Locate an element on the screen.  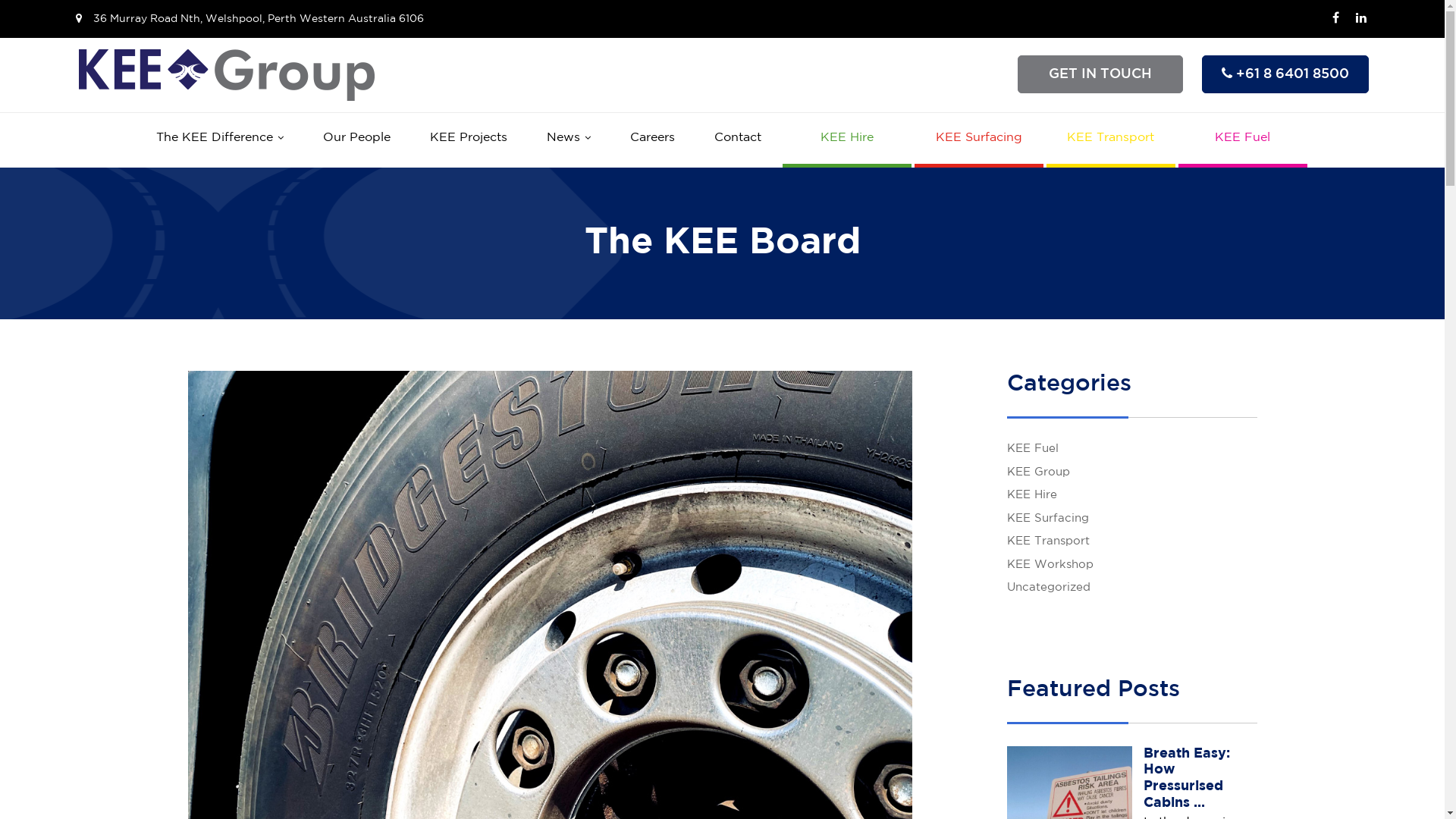
'KEE Projects' is located at coordinates (467, 137).